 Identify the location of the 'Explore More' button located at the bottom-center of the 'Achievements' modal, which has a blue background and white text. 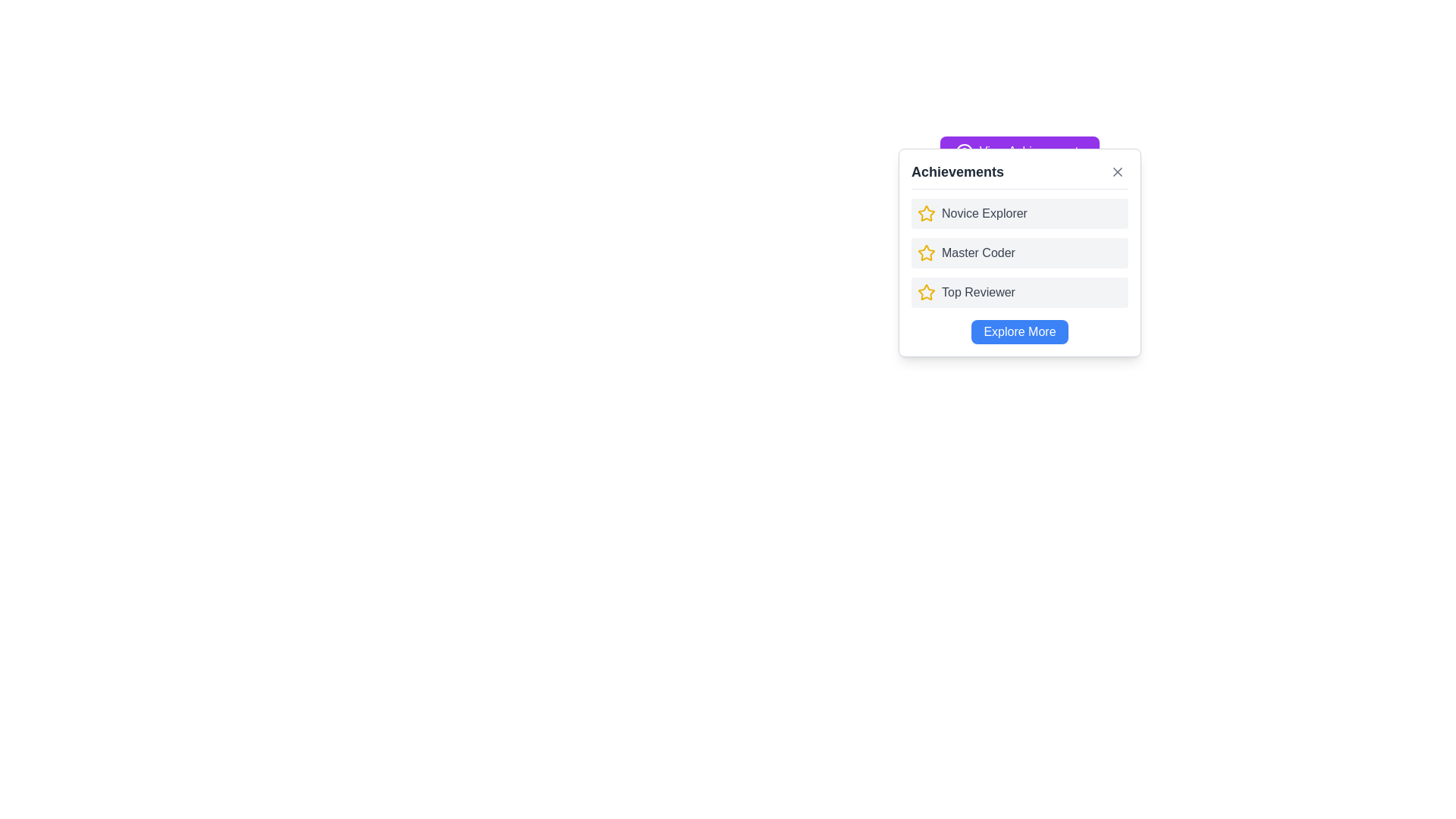
(1019, 331).